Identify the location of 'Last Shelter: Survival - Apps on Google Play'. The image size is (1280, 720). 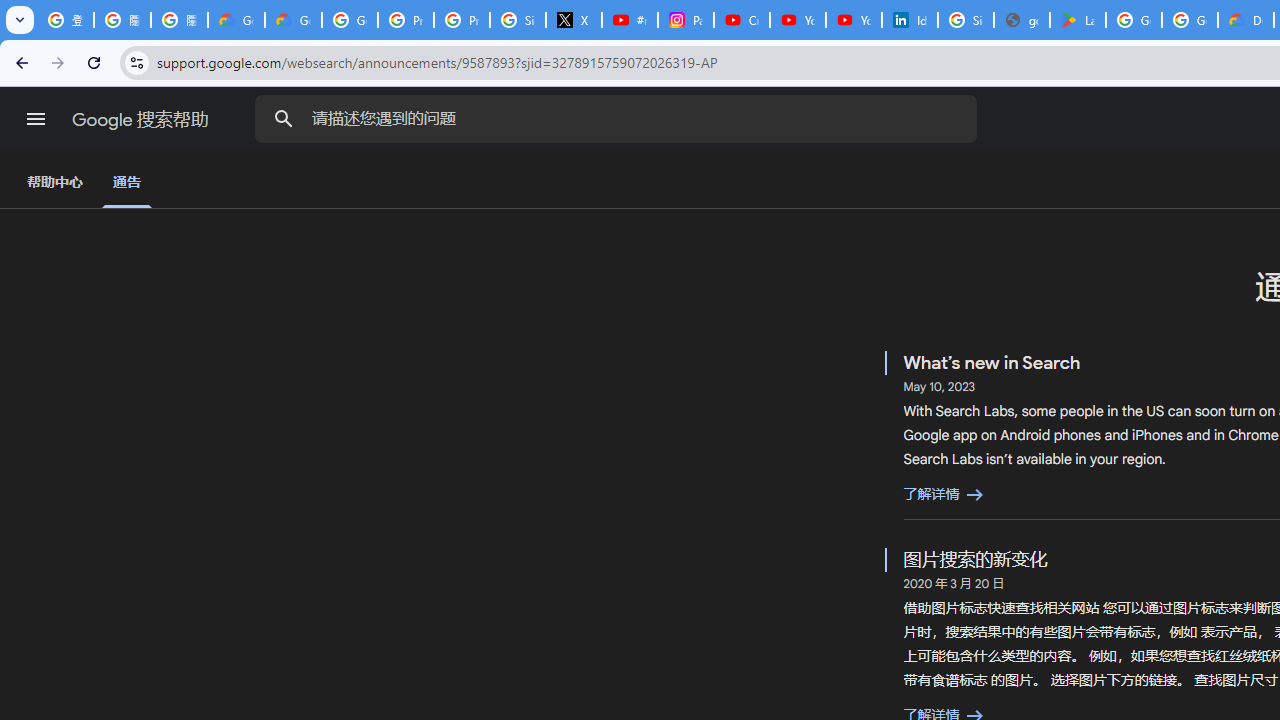
(1076, 20).